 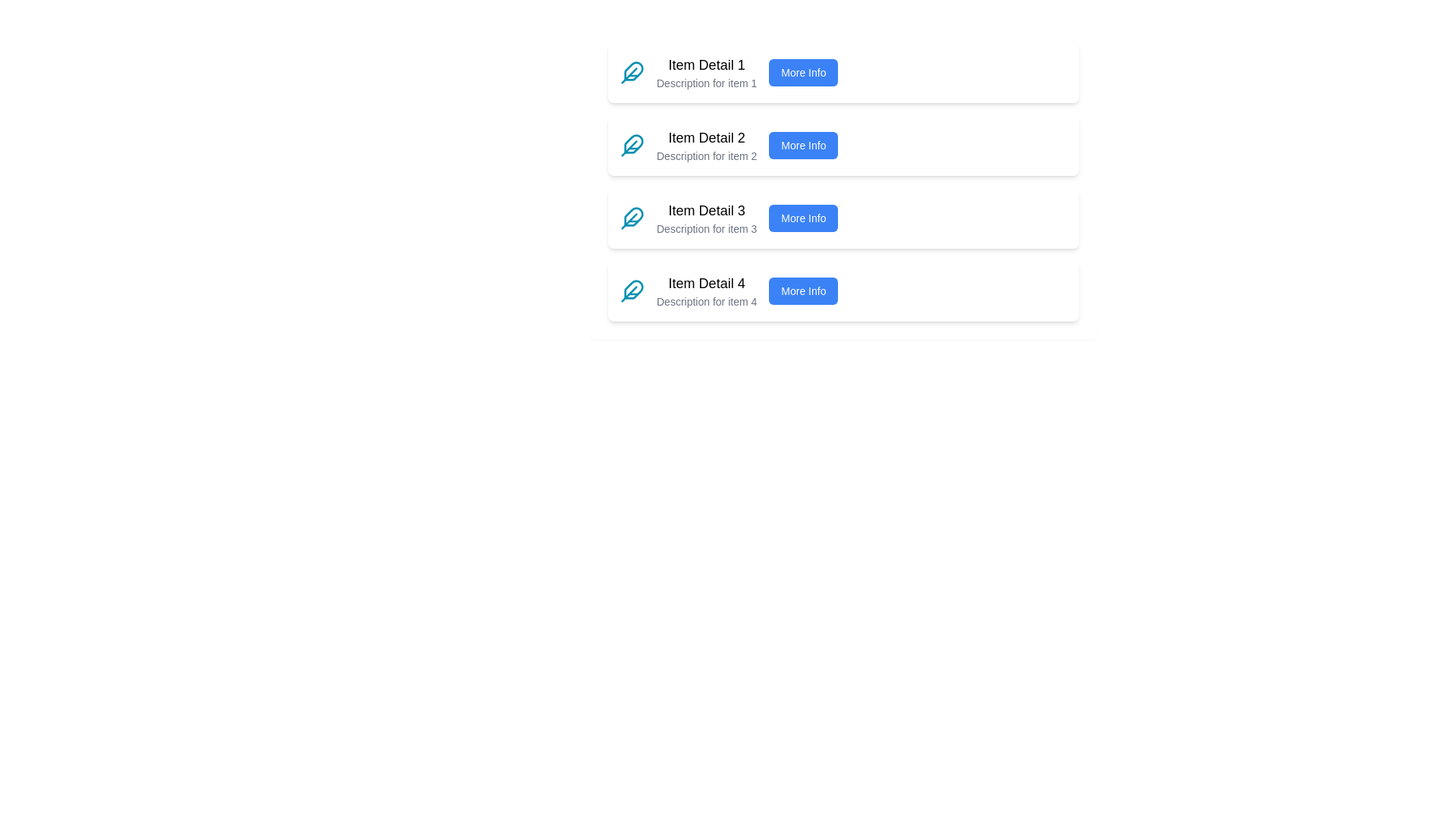 I want to click on the text label displaying 'Description for item 3', which is styled in a smaller, gray-colored font and located beneath the 'Item Detail 3' heading, so click(x=706, y=228).